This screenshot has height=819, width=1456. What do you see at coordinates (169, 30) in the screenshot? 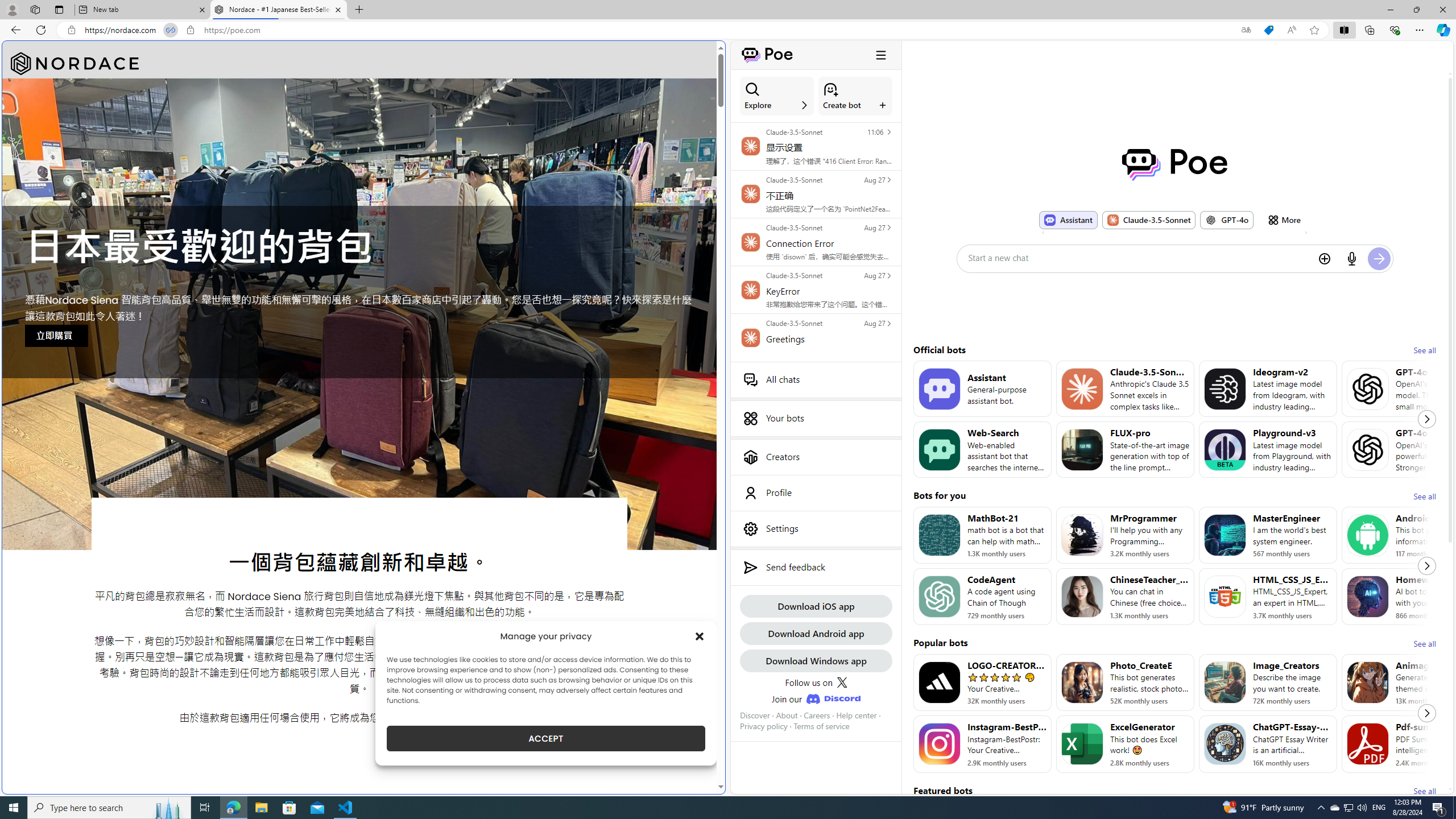
I see `'Tabs in split screen'` at bounding box center [169, 30].